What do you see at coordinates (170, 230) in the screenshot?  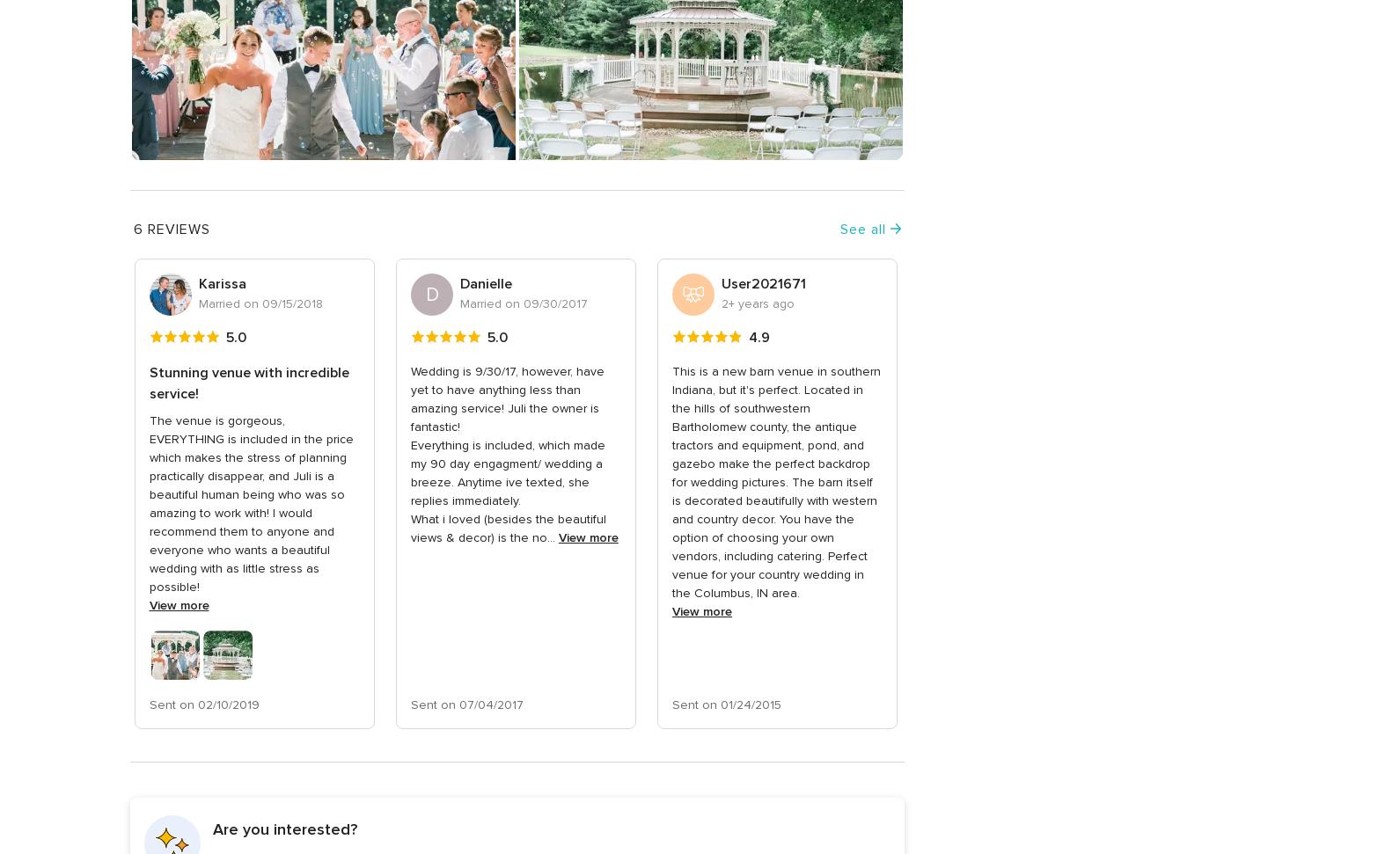 I see `'6 Reviews'` at bounding box center [170, 230].